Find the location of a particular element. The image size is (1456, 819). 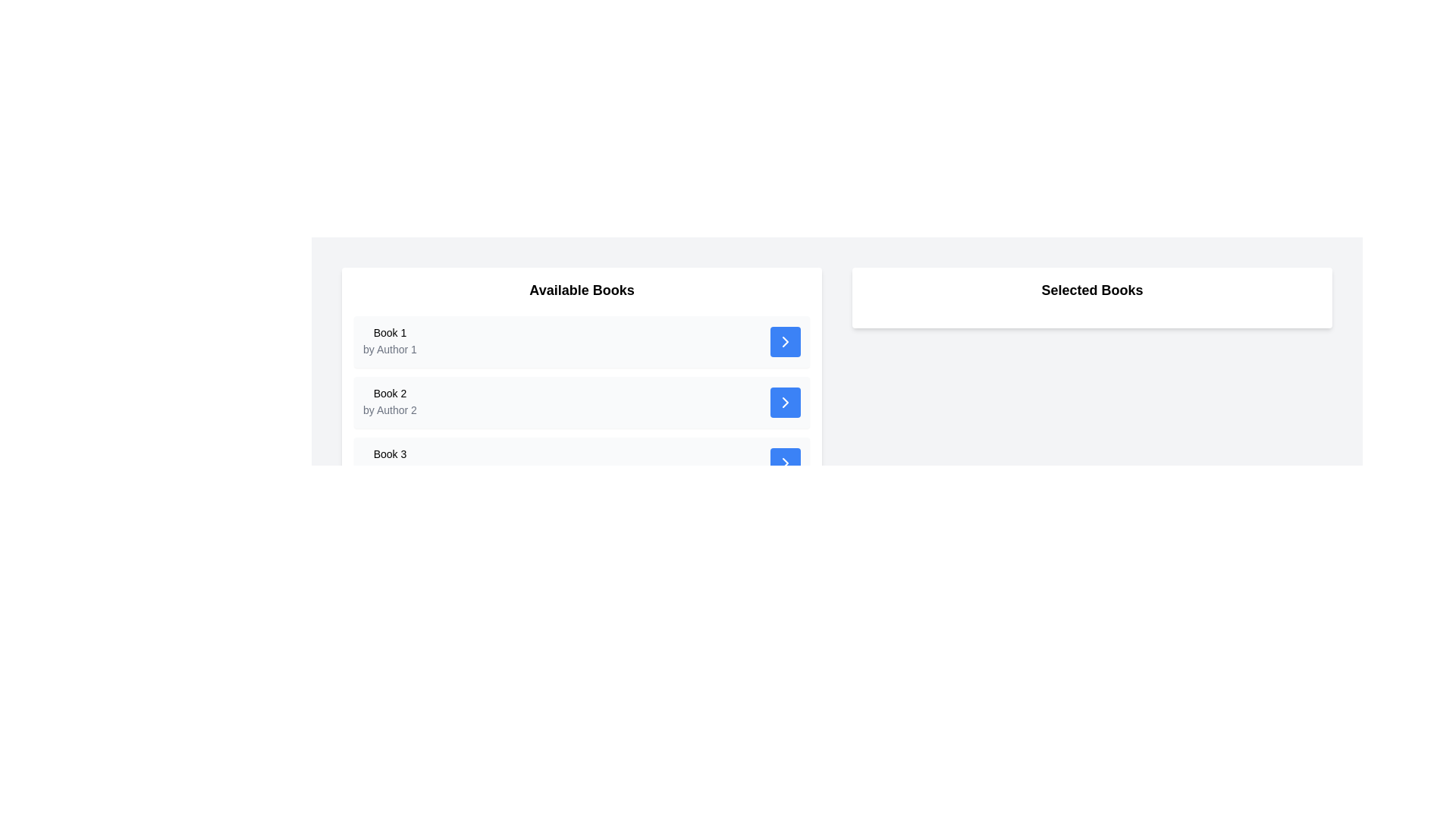

the blue rectangular button with a white right-chevron icon located in the far right corner of the list item for 'Book 2 by Author 2' in the 'Available Books' section is located at coordinates (786, 402).